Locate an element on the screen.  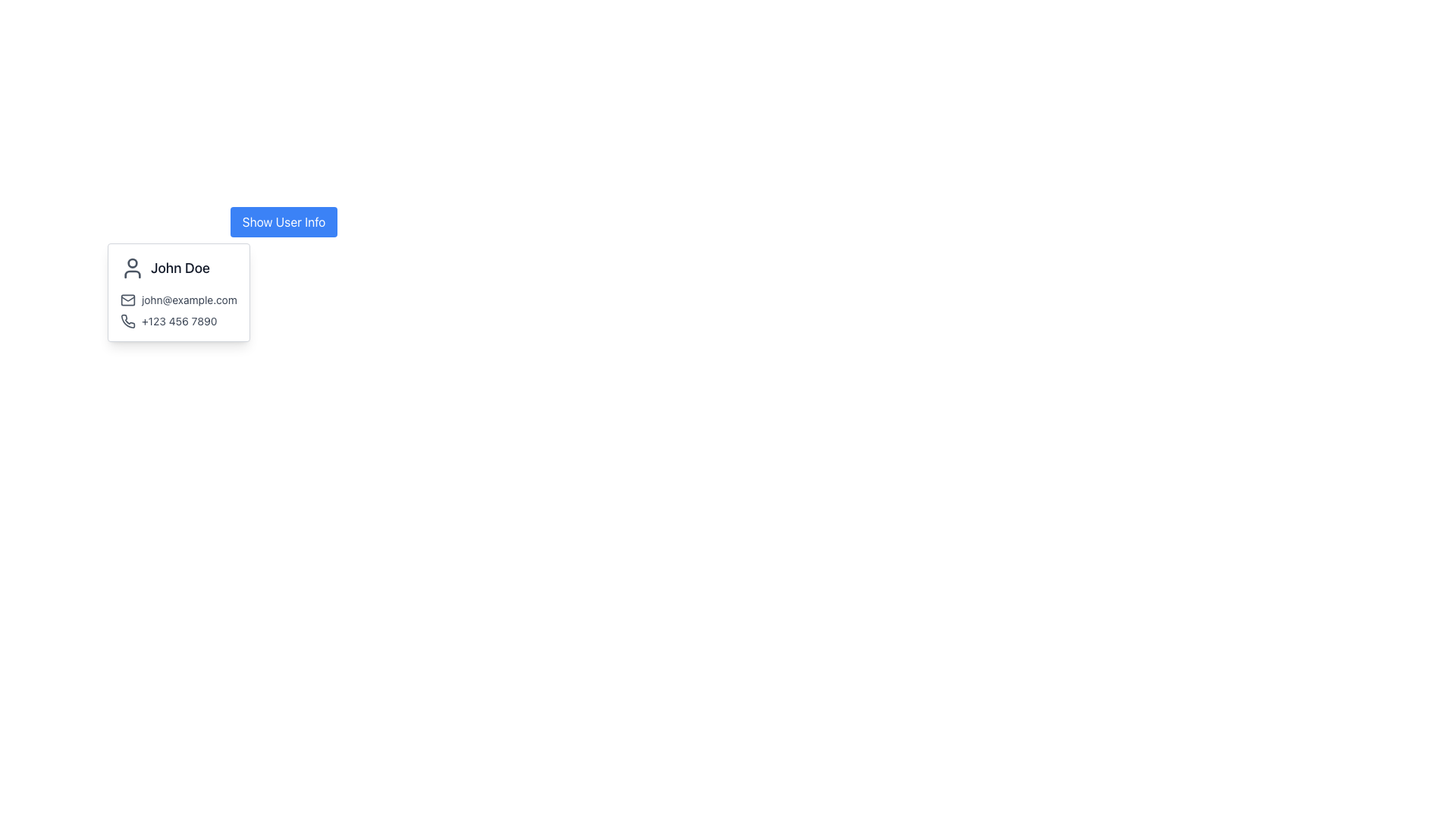
the user profile icon located at the top-left corner of a rectangular card component, adjacent to the text 'John Doe' is located at coordinates (132, 268).